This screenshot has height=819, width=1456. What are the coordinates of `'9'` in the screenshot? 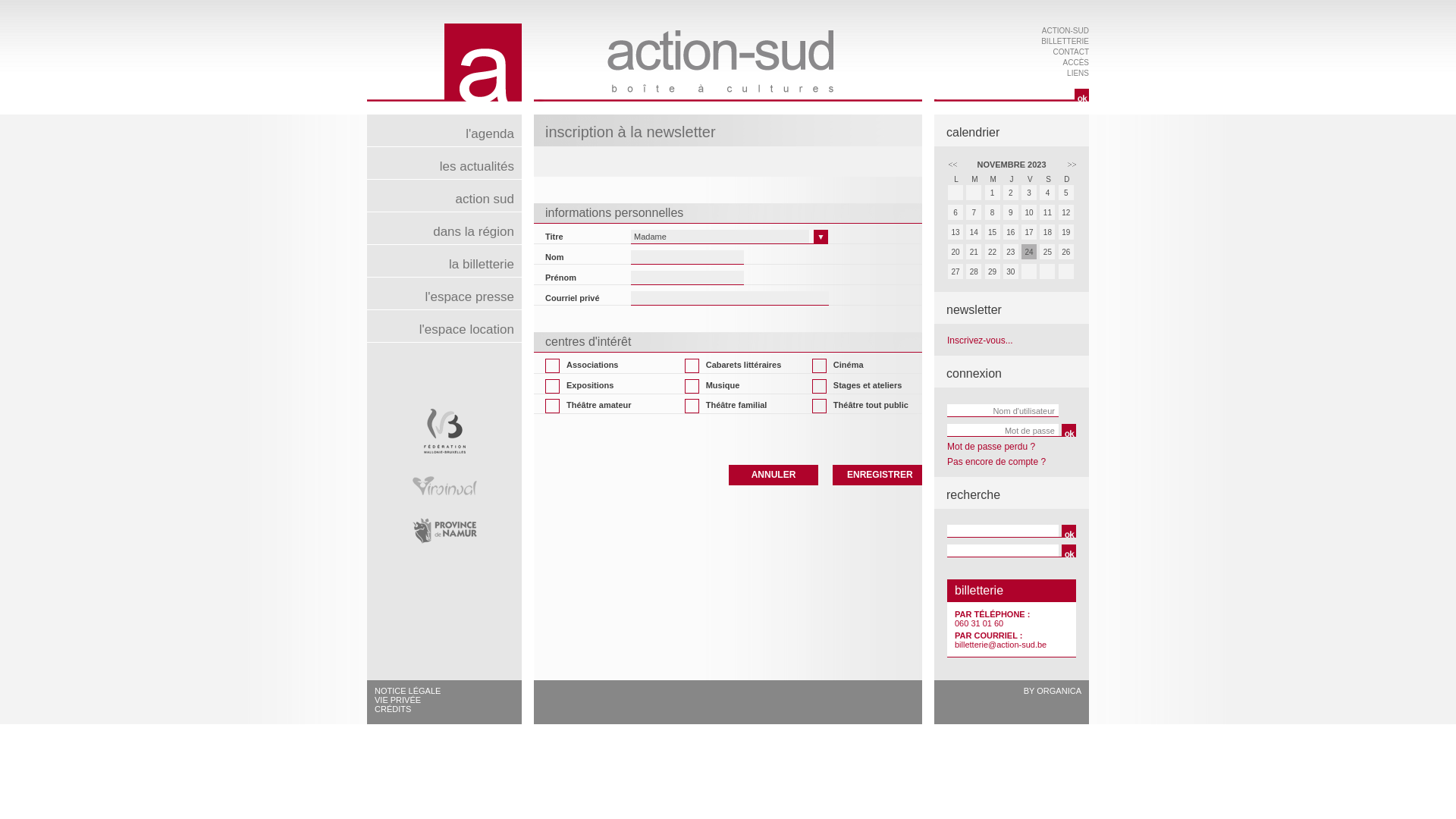 It's located at (1011, 212).